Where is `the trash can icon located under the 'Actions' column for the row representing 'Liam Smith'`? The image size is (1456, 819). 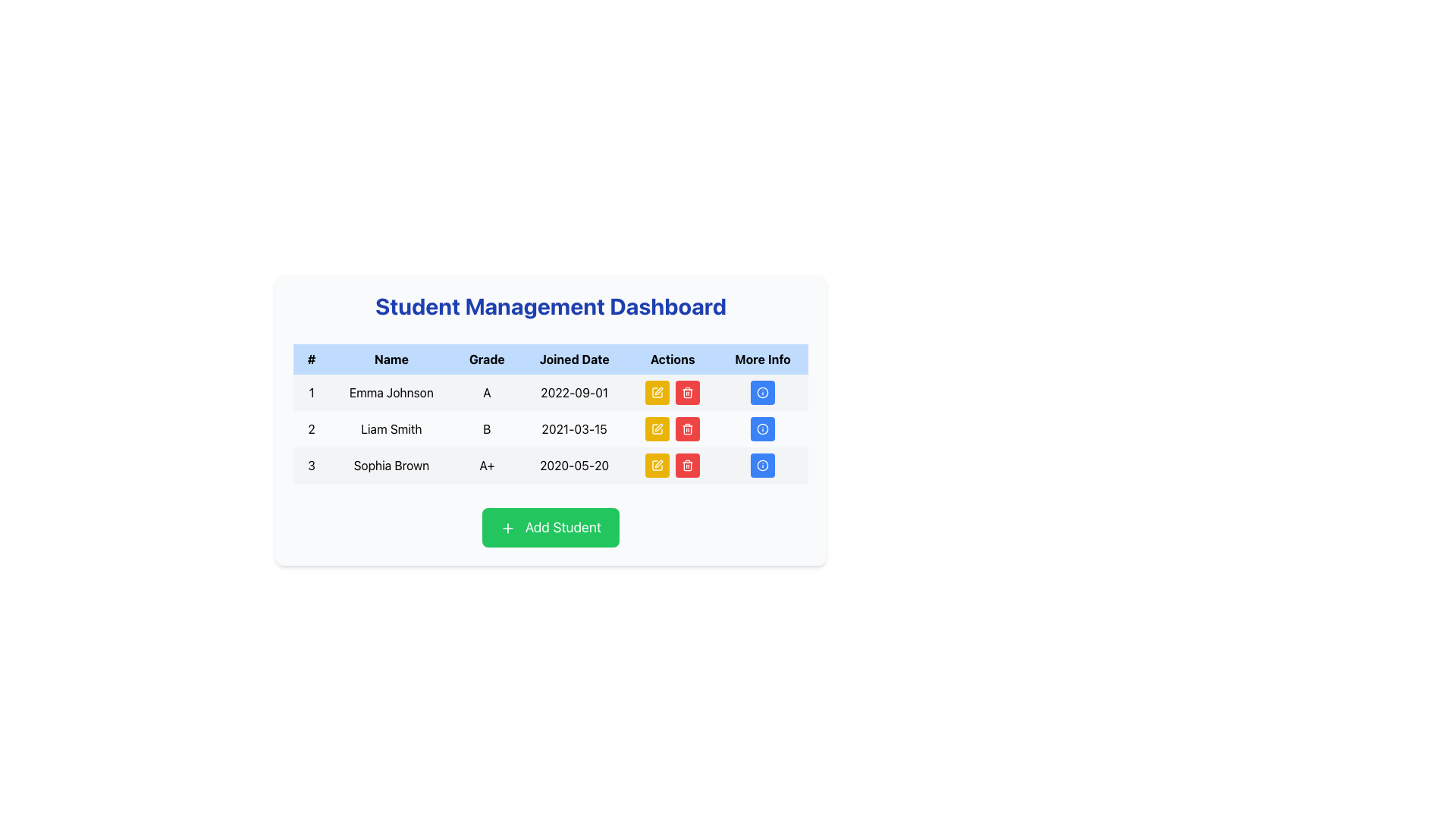
the trash can icon located under the 'Actions' column for the row representing 'Liam Smith' is located at coordinates (687, 430).